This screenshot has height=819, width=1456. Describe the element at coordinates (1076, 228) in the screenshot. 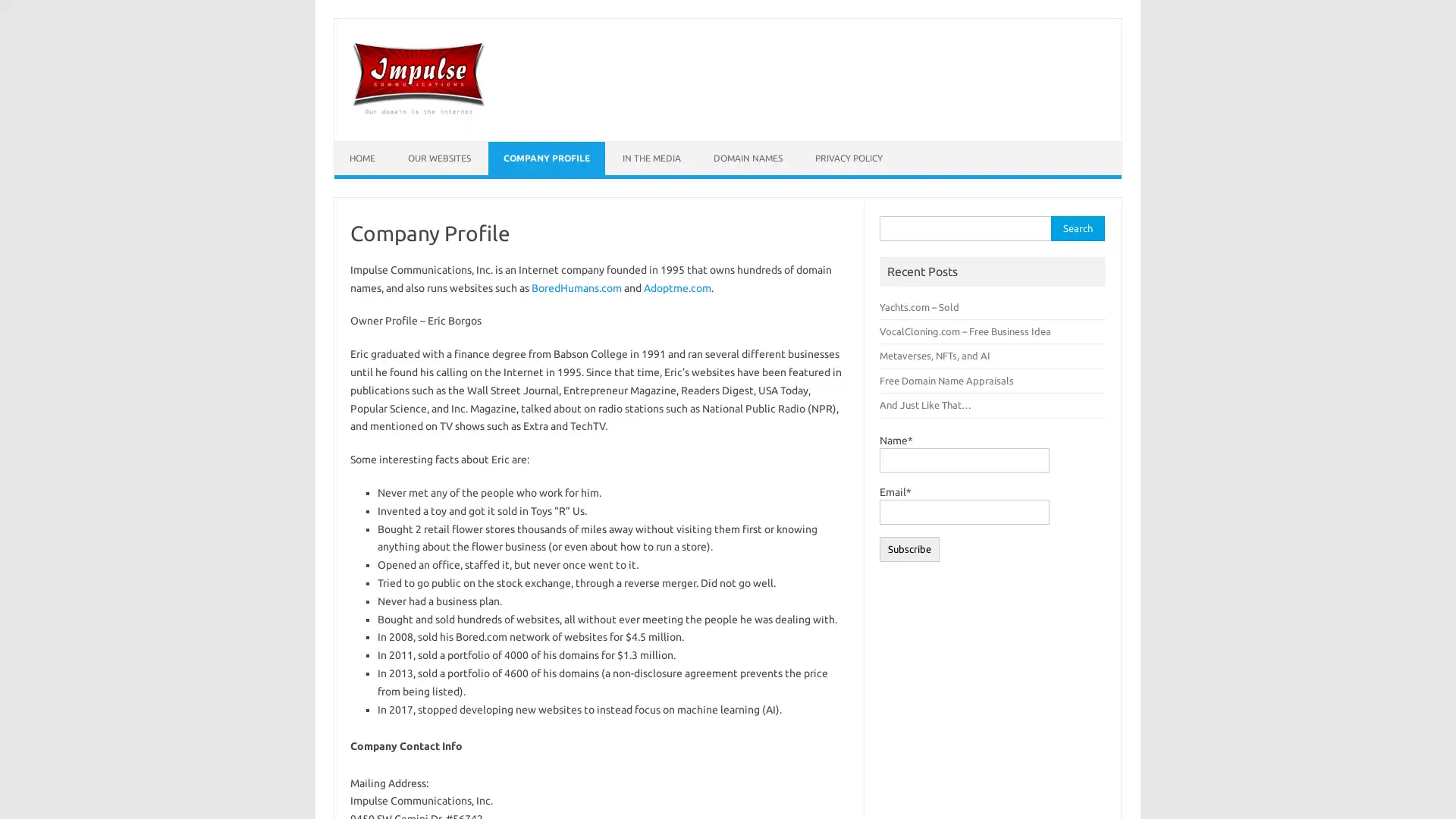

I see `Search` at that location.